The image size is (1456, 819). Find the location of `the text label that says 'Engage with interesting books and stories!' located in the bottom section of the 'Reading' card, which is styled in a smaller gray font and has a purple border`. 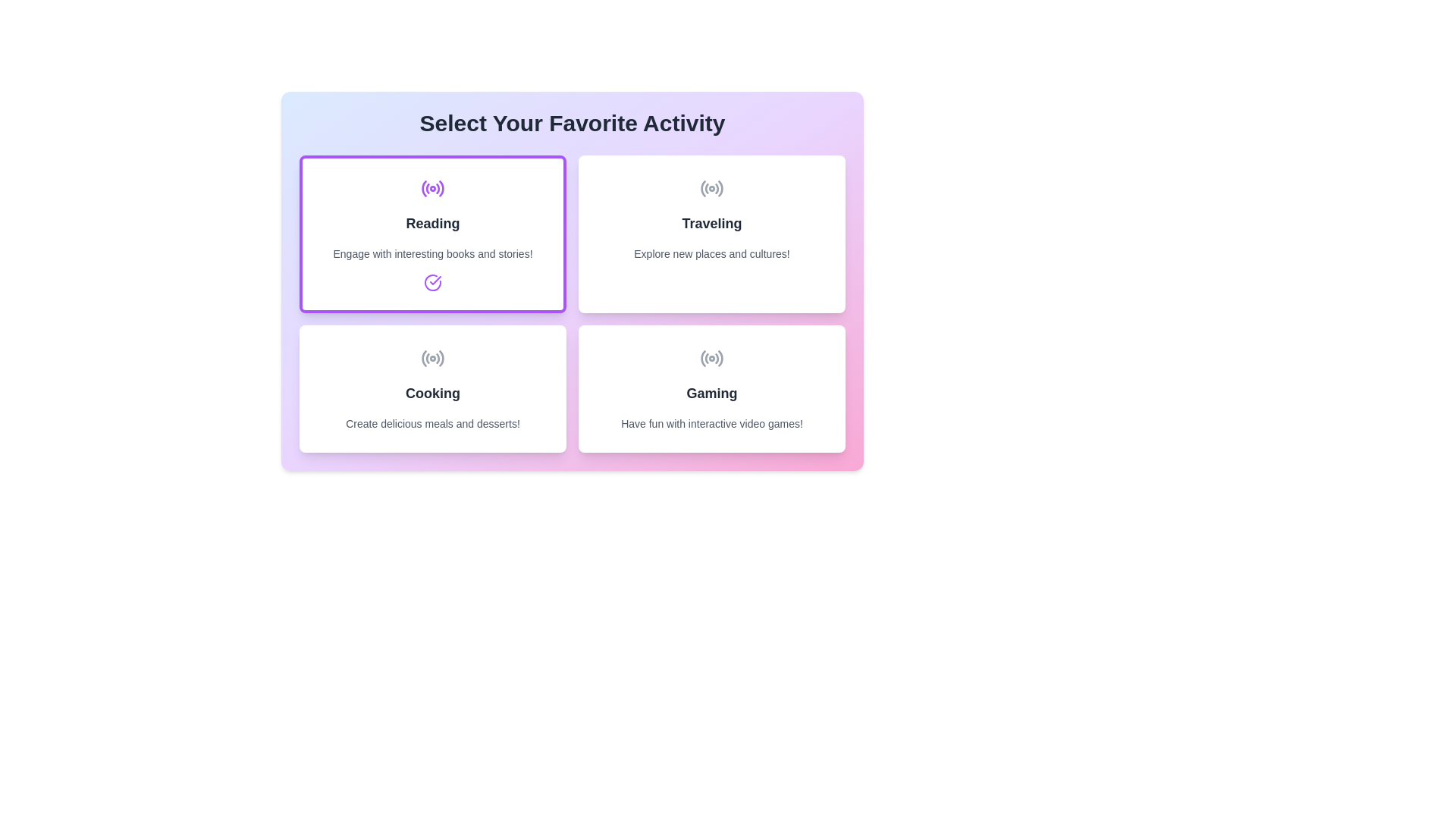

the text label that says 'Engage with interesting books and stories!' located in the bottom section of the 'Reading' card, which is styled in a smaller gray font and has a purple border is located at coordinates (432, 253).